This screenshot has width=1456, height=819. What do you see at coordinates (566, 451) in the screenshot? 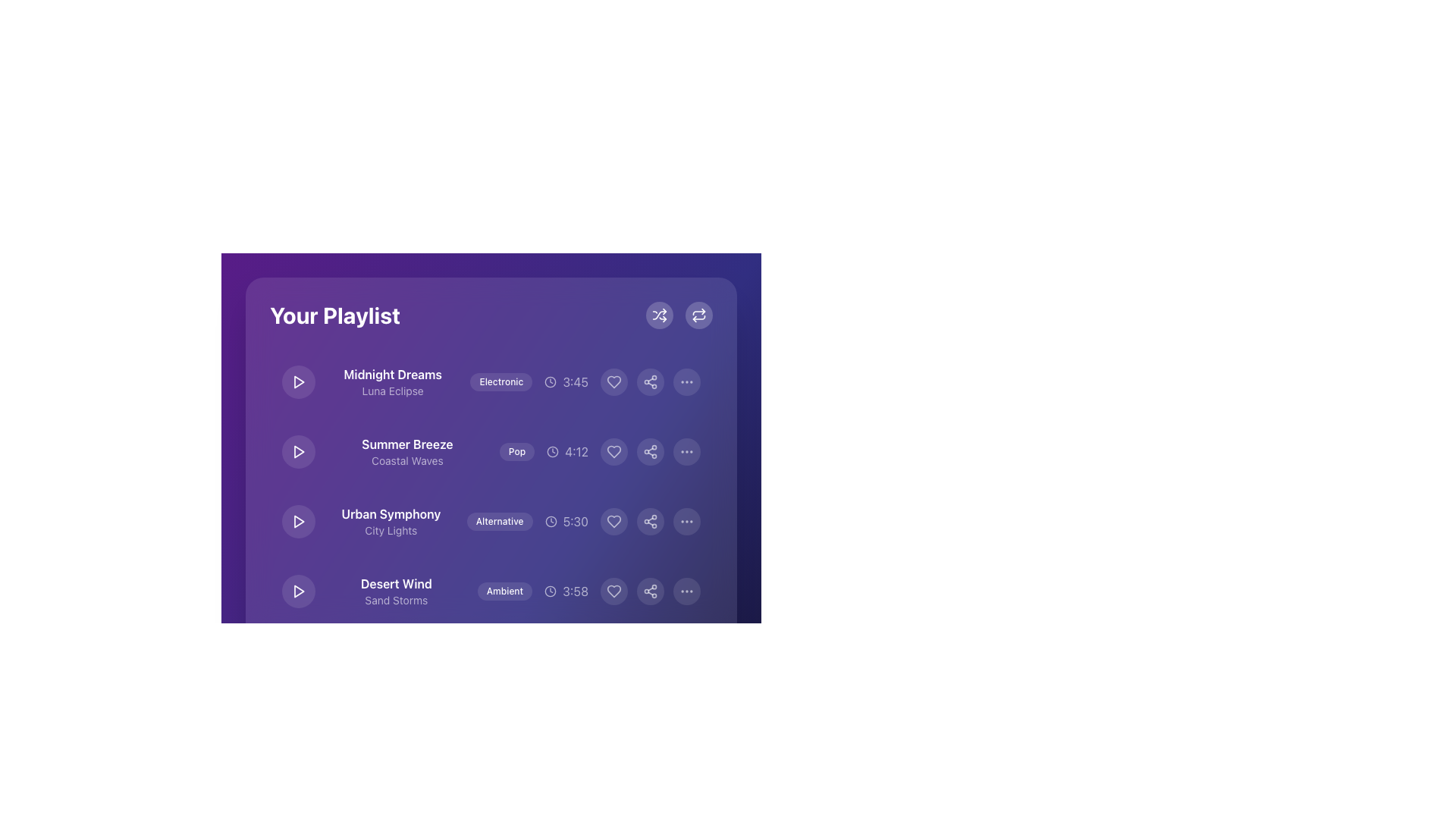
I see `the text label displaying the duration of the song or audio item, which is located in the second row of the playlist, right next to the 'Pop' label and before the heart icon` at bounding box center [566, 451].